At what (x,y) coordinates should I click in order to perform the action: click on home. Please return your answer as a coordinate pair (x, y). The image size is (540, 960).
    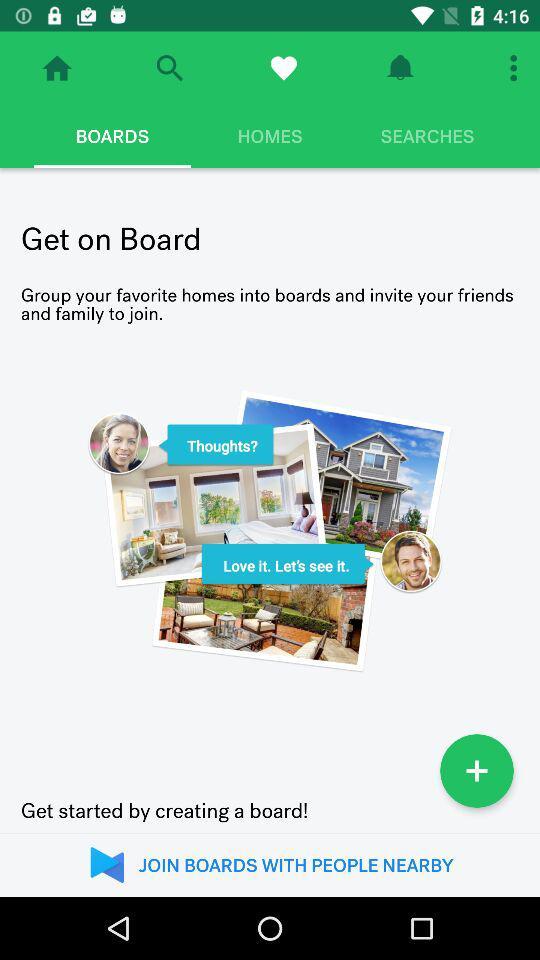
    Looking at the image, I should click on (57, 68).